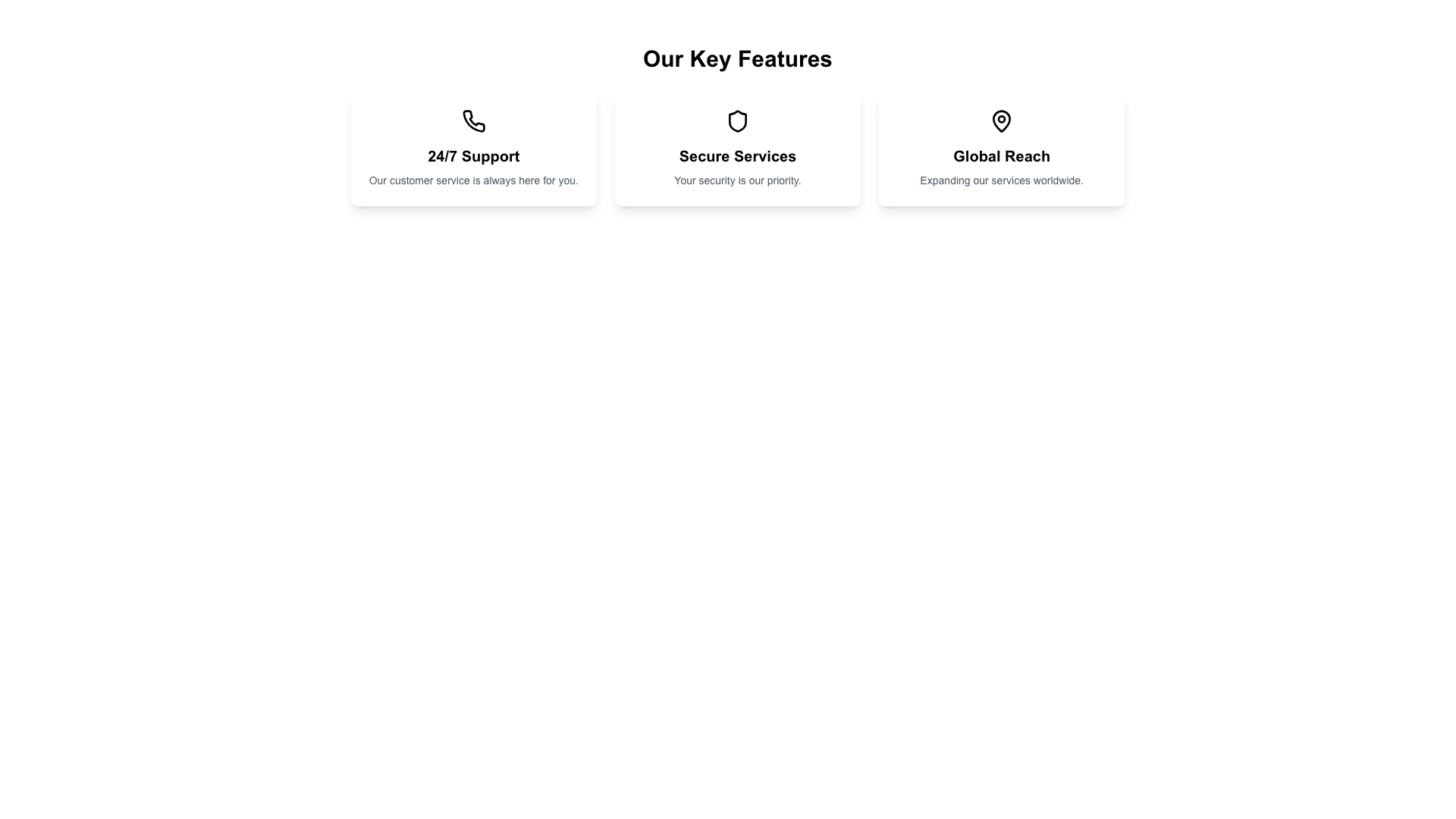 The width and height of the screenshot is (1456, 819). I want to click on the Informational Card that indicates 24/7 support, which is the first element in a horizontal row within a grid layout, so click(472, 149).